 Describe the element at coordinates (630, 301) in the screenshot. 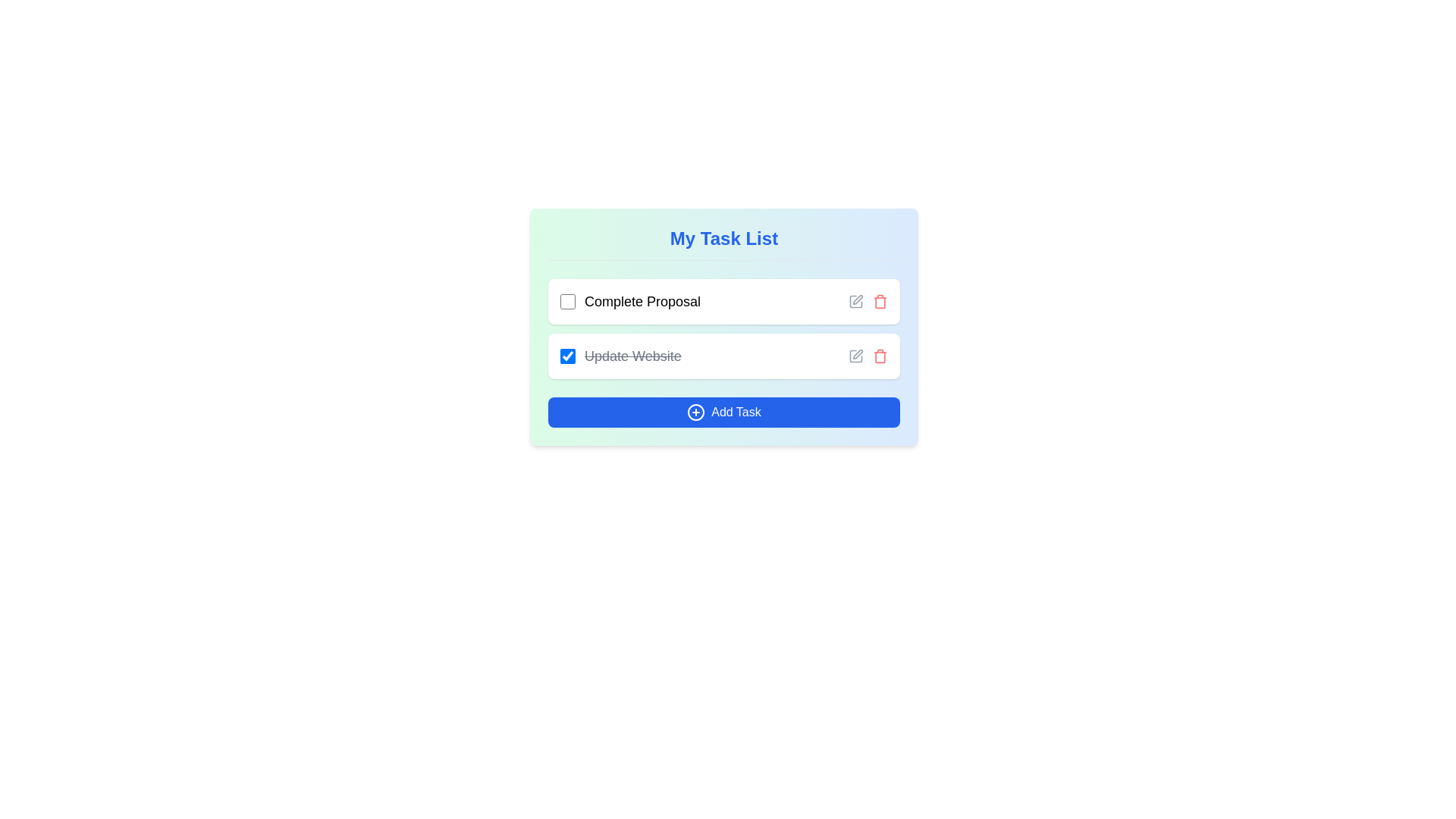

I see `the text label 'Complete Proposal' for information, which is part of a task item with a checkbox located in the task list card` at that location.